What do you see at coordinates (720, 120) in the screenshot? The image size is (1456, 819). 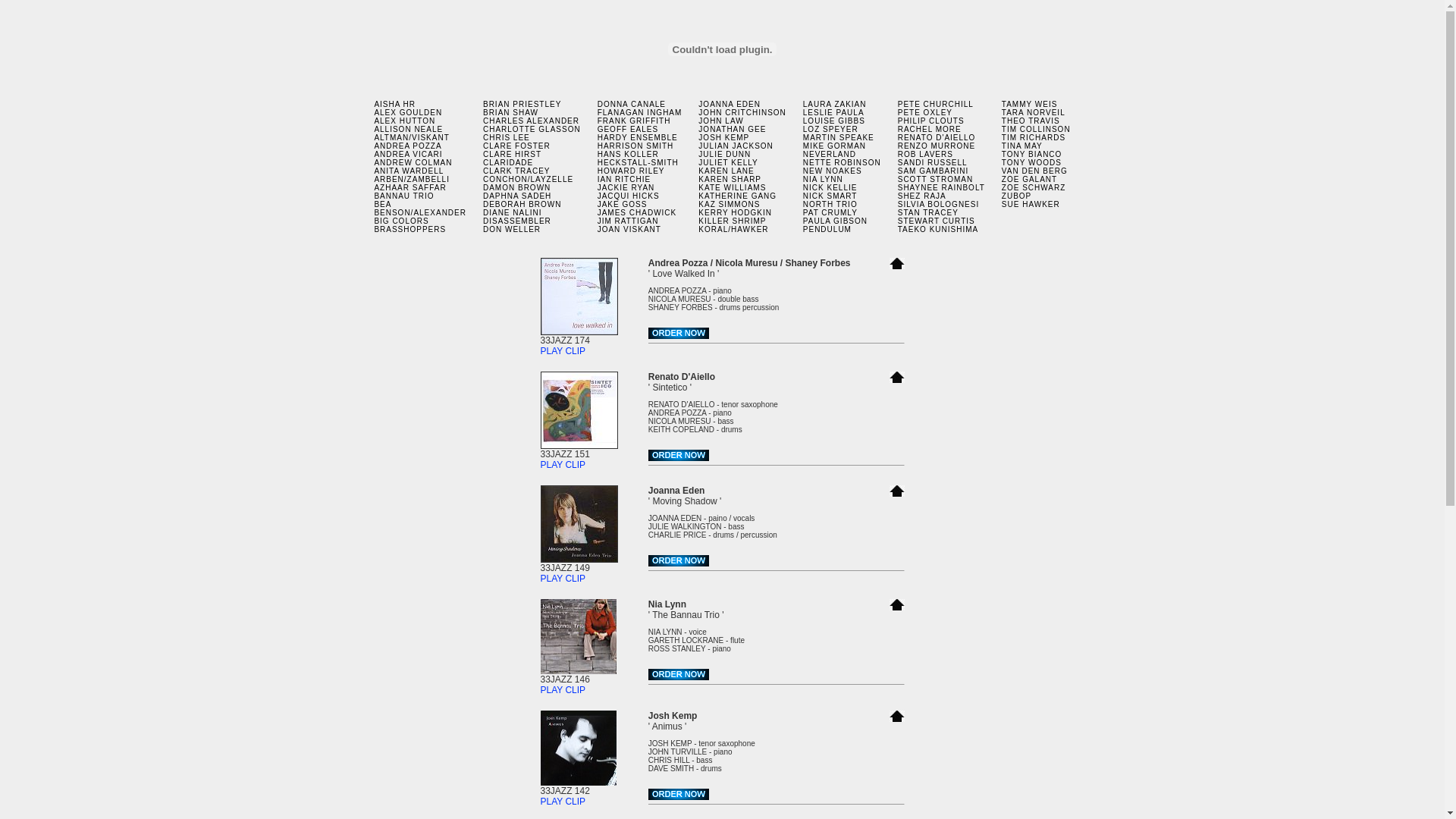 I see `'JOHN LAW'` at bounding box center [720, 120].